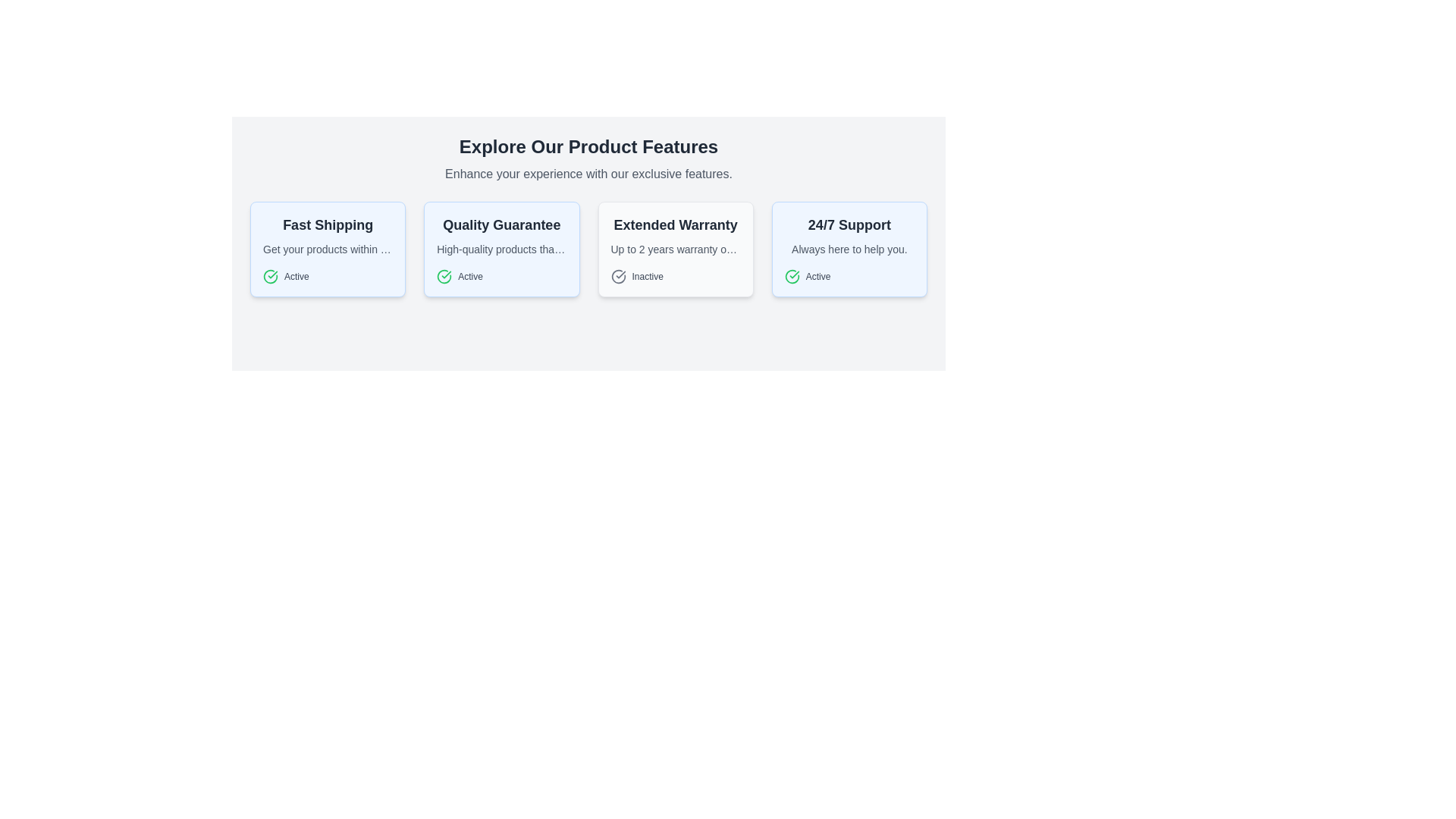  What do you see at coordinates (849, 225) in the screenshot?
I see `the '24/7 Support' text label, which is styled in bold font and located within the blue-bordered card at the bottom-right of the feature cards grid` at bounding box center [849, 225].